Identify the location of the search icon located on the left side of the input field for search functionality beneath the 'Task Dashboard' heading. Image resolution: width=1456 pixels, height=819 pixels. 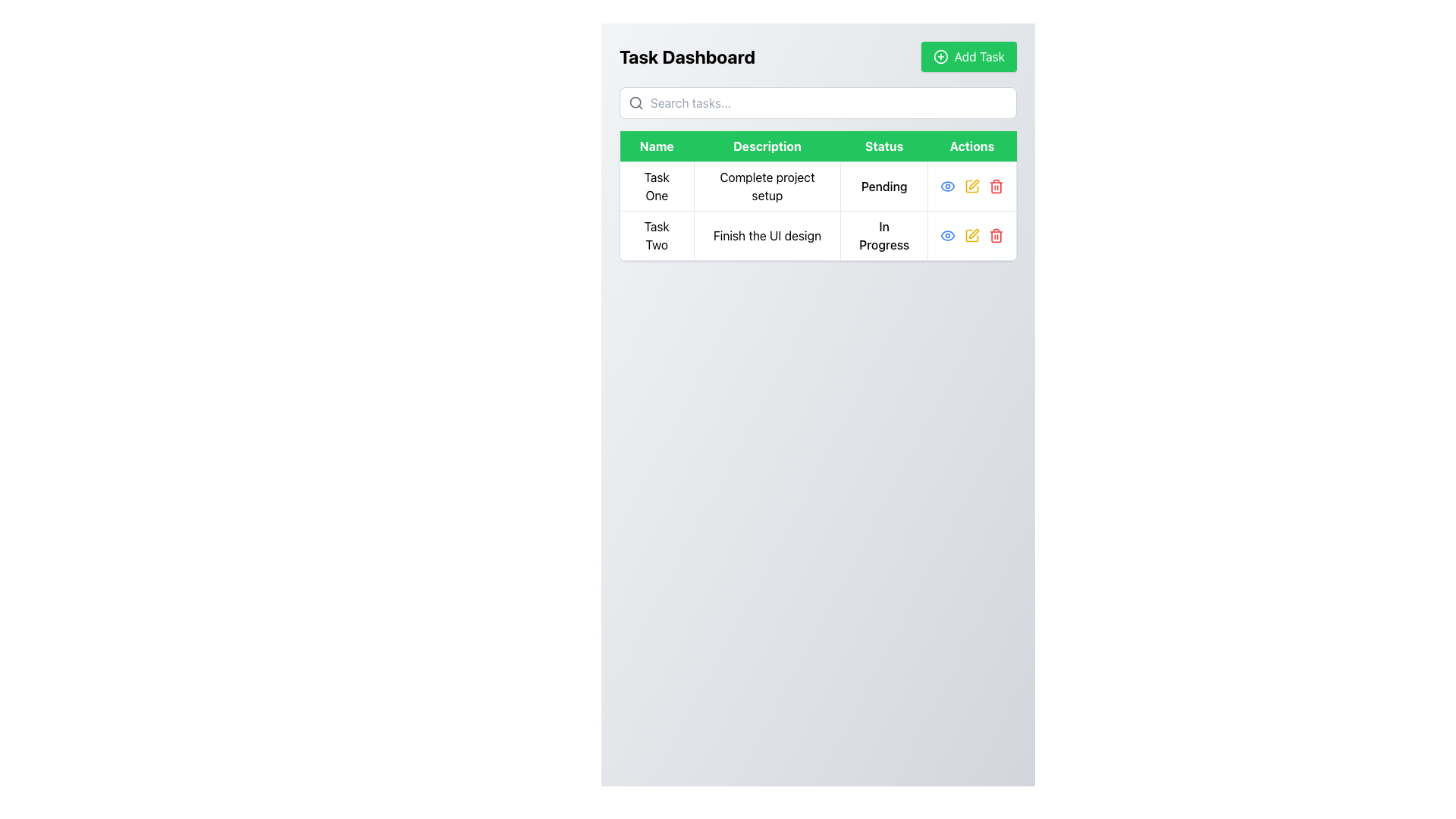
(636, 102).